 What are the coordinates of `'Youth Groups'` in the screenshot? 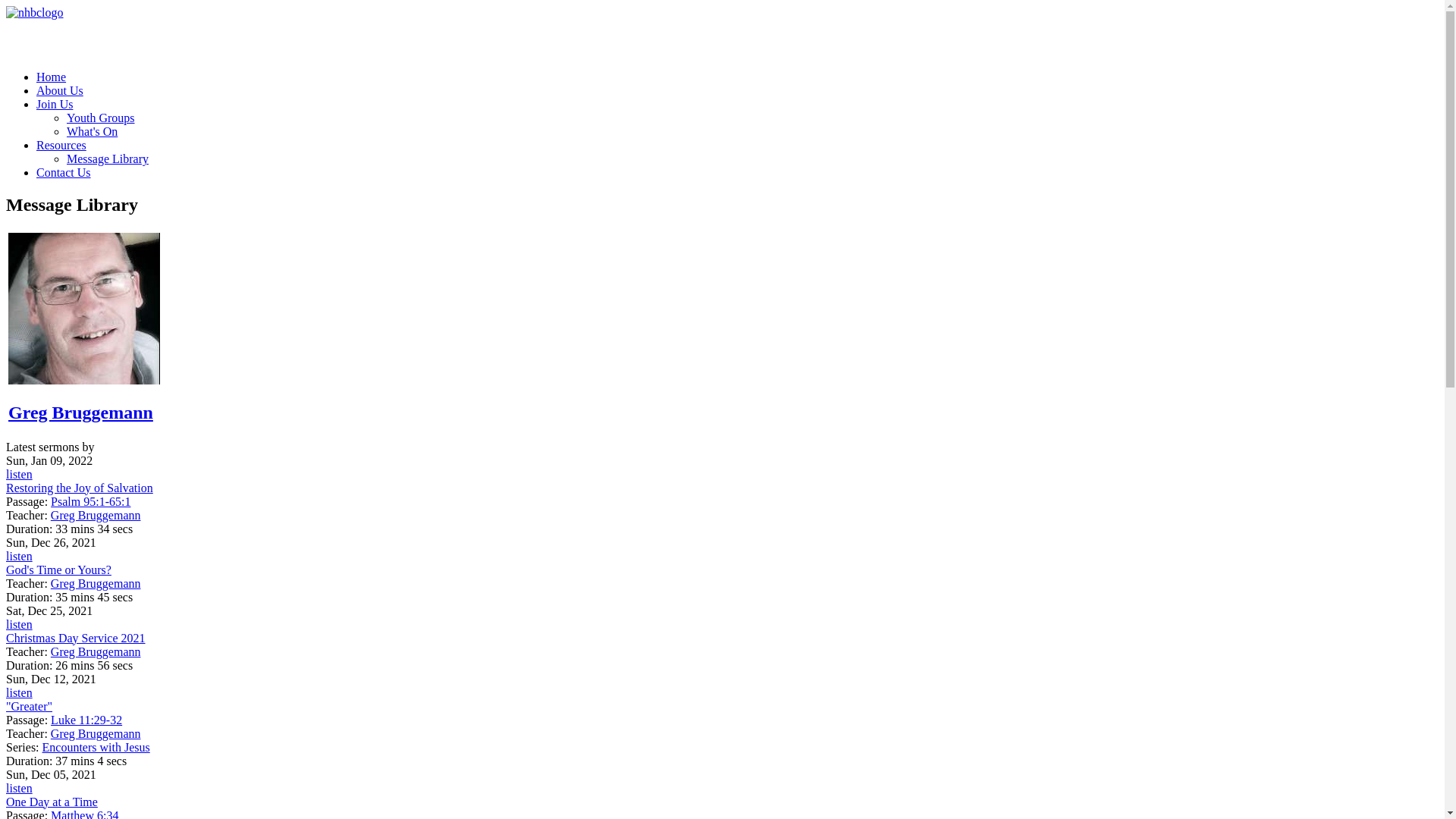 It's located at (100, 117).